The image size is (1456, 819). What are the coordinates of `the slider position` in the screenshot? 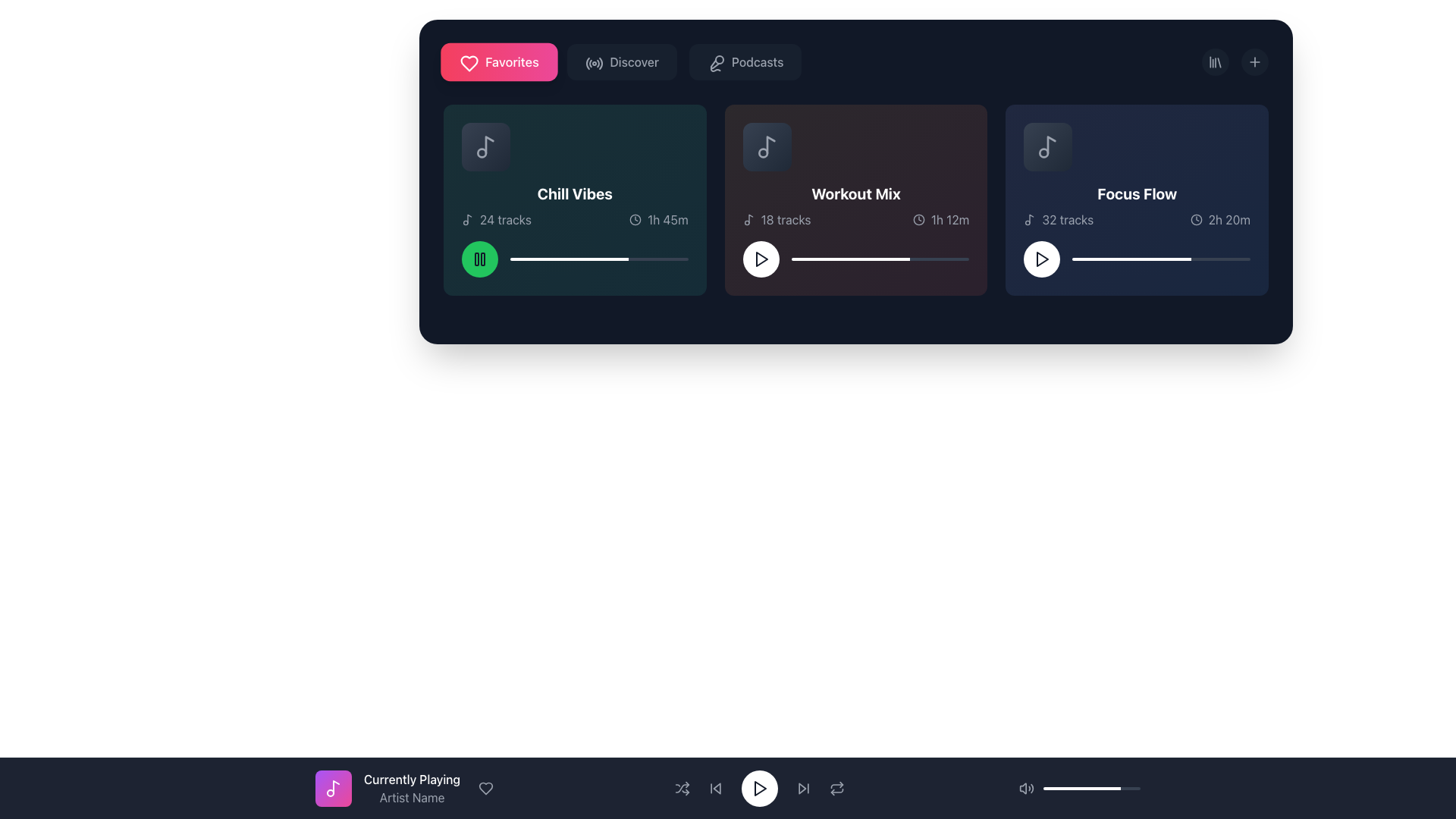 It's located at (1147, 259).